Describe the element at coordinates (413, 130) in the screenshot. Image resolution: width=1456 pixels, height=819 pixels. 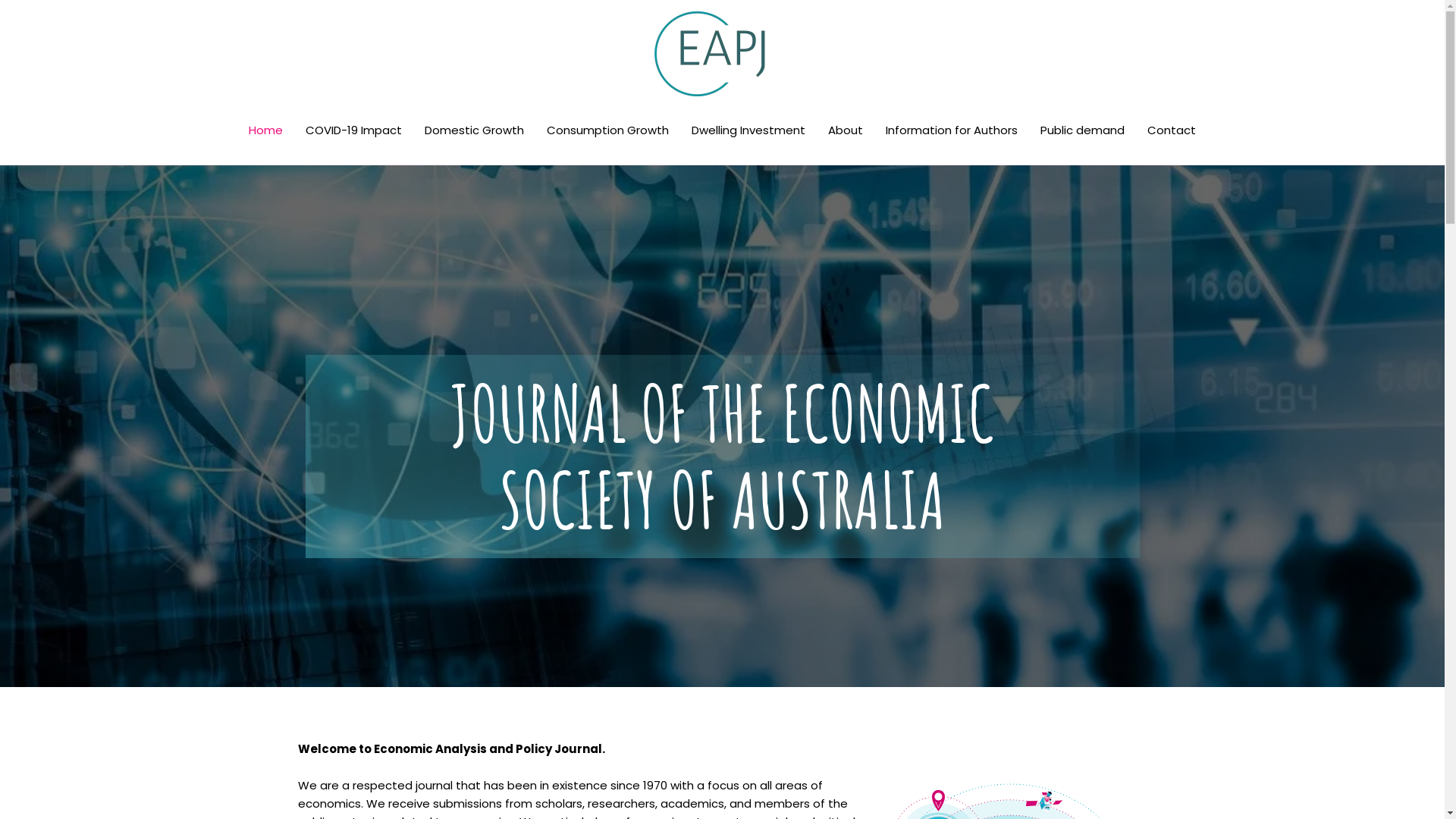
I see `'Domestic Growth'` at that location.